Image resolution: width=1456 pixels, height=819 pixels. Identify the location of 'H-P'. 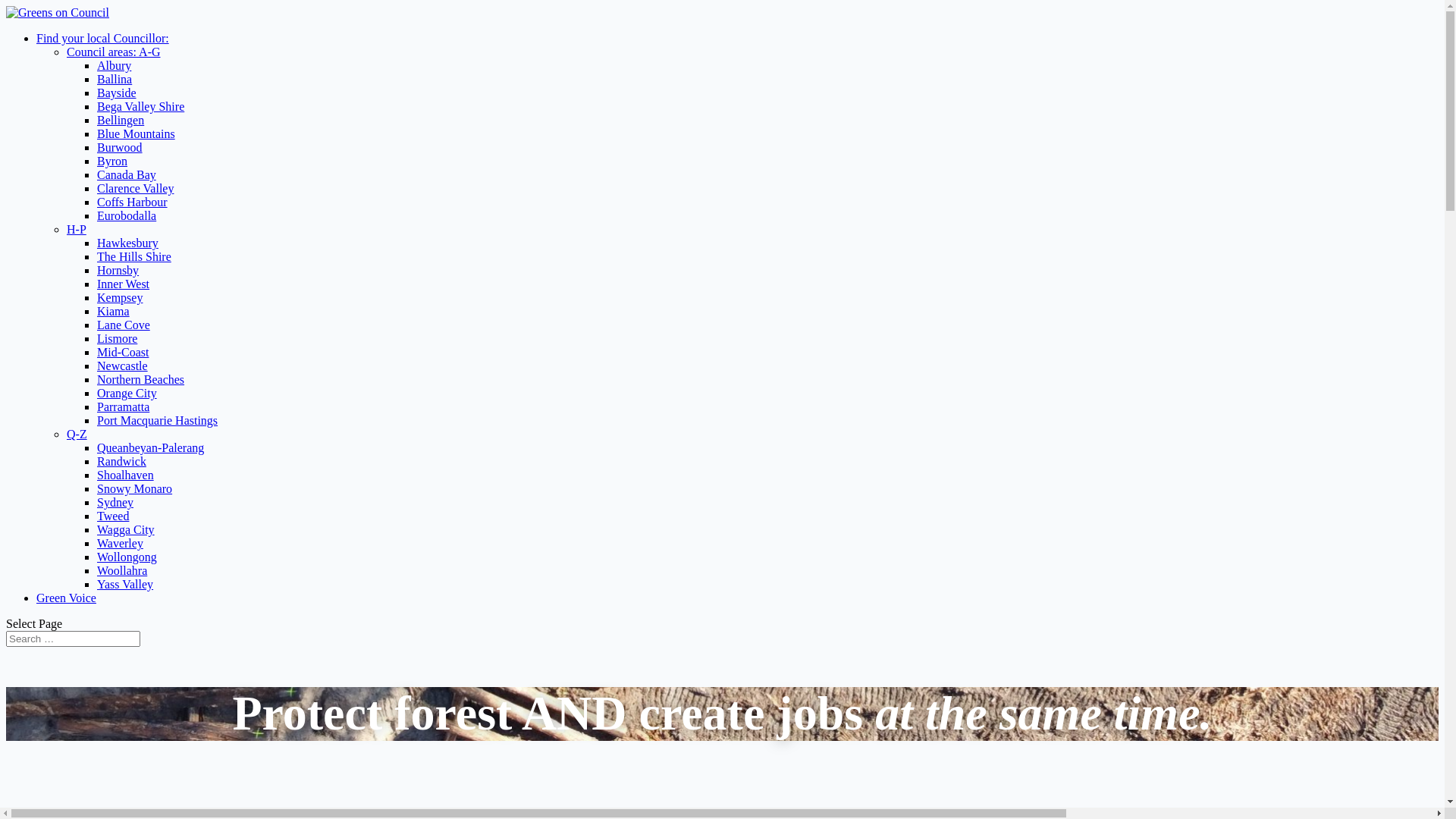
(75, 229).